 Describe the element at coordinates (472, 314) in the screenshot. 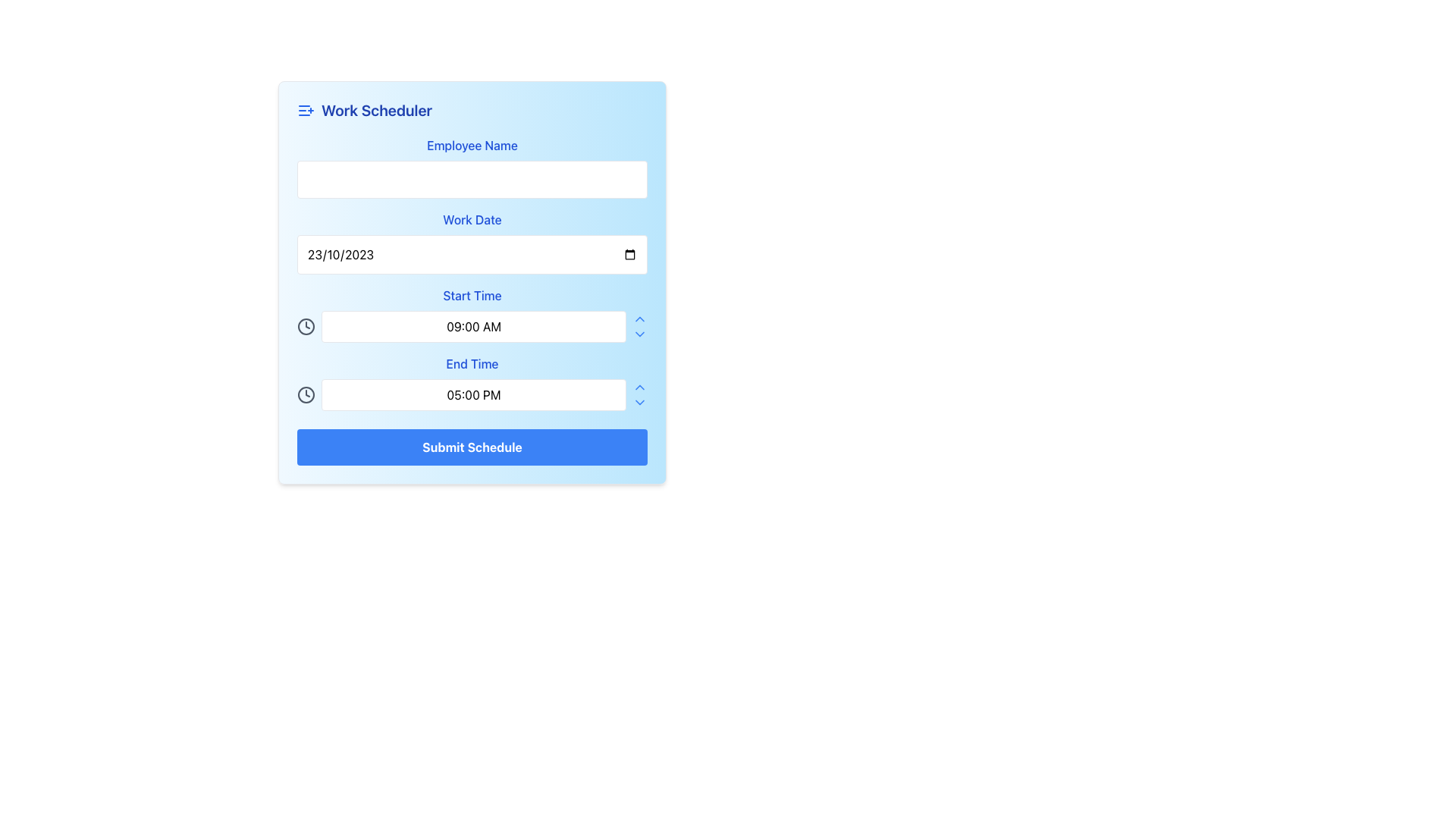

I see `the Dropdown Time Picker in the 'Work Scheduler' form and interact with the keyboard to shift the time value` at that location.